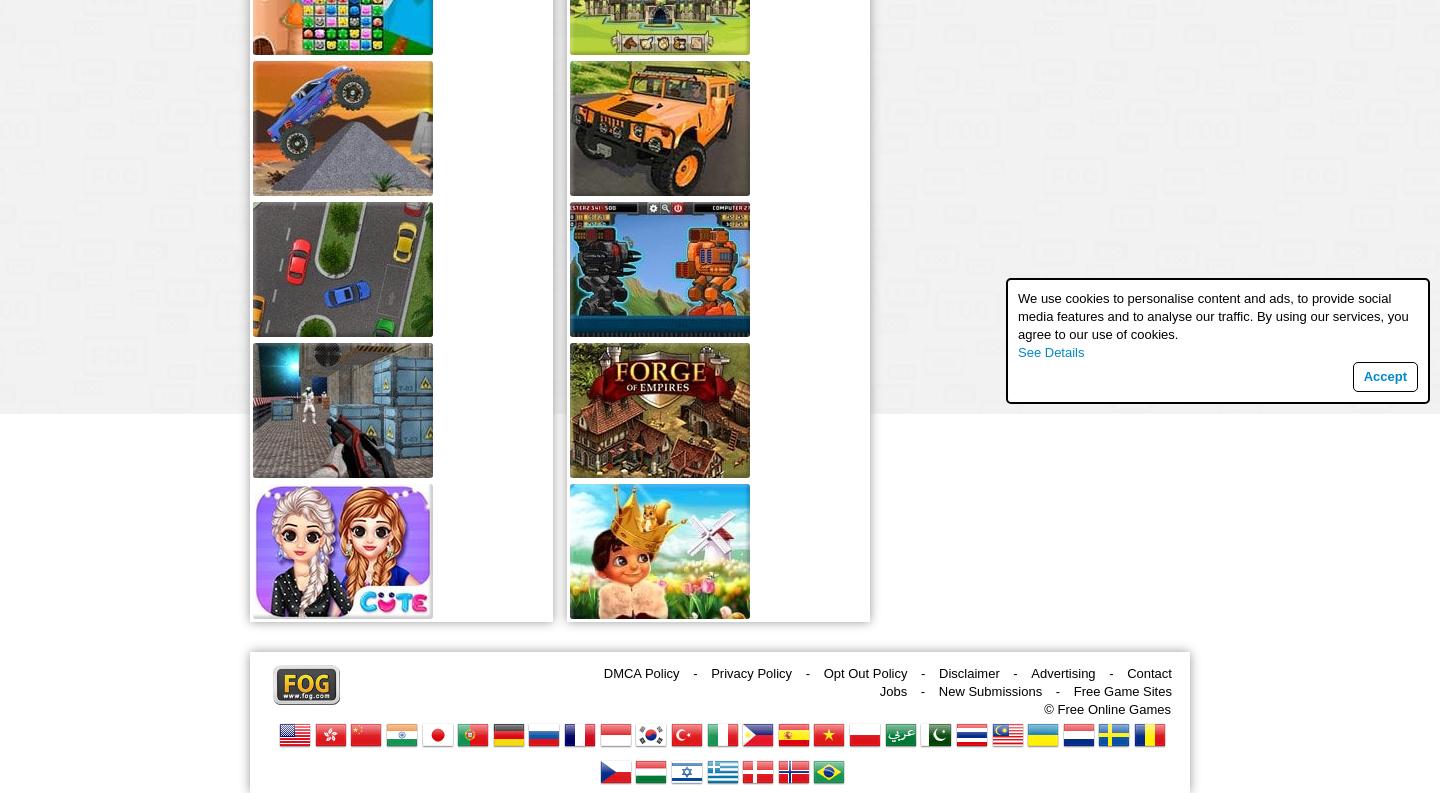 The image size is (1440, 793). I want to click on 'Privacy Policy', so click(750, 672).